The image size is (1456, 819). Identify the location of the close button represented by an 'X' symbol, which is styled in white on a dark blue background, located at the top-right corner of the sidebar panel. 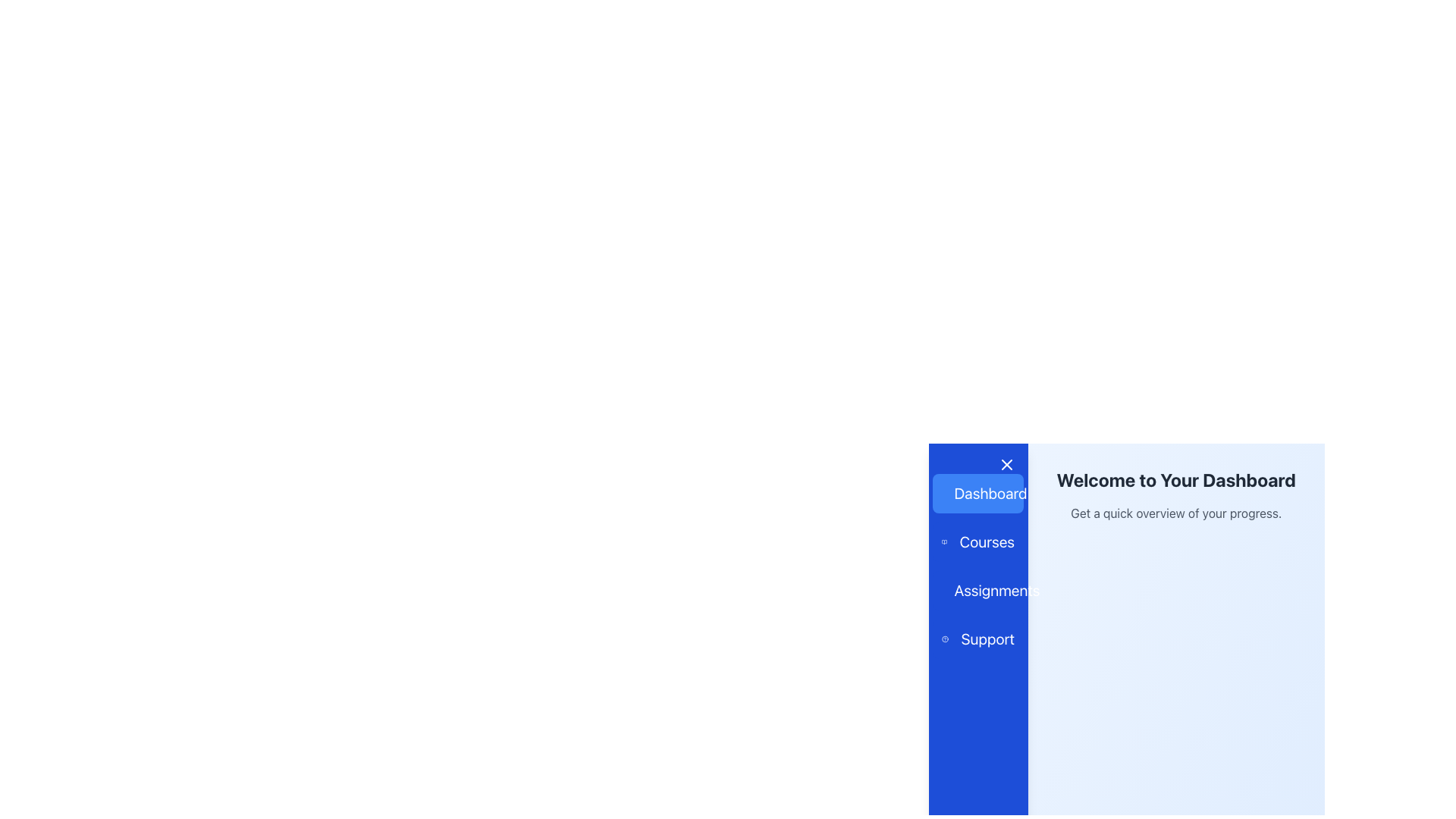
(1006, 464).